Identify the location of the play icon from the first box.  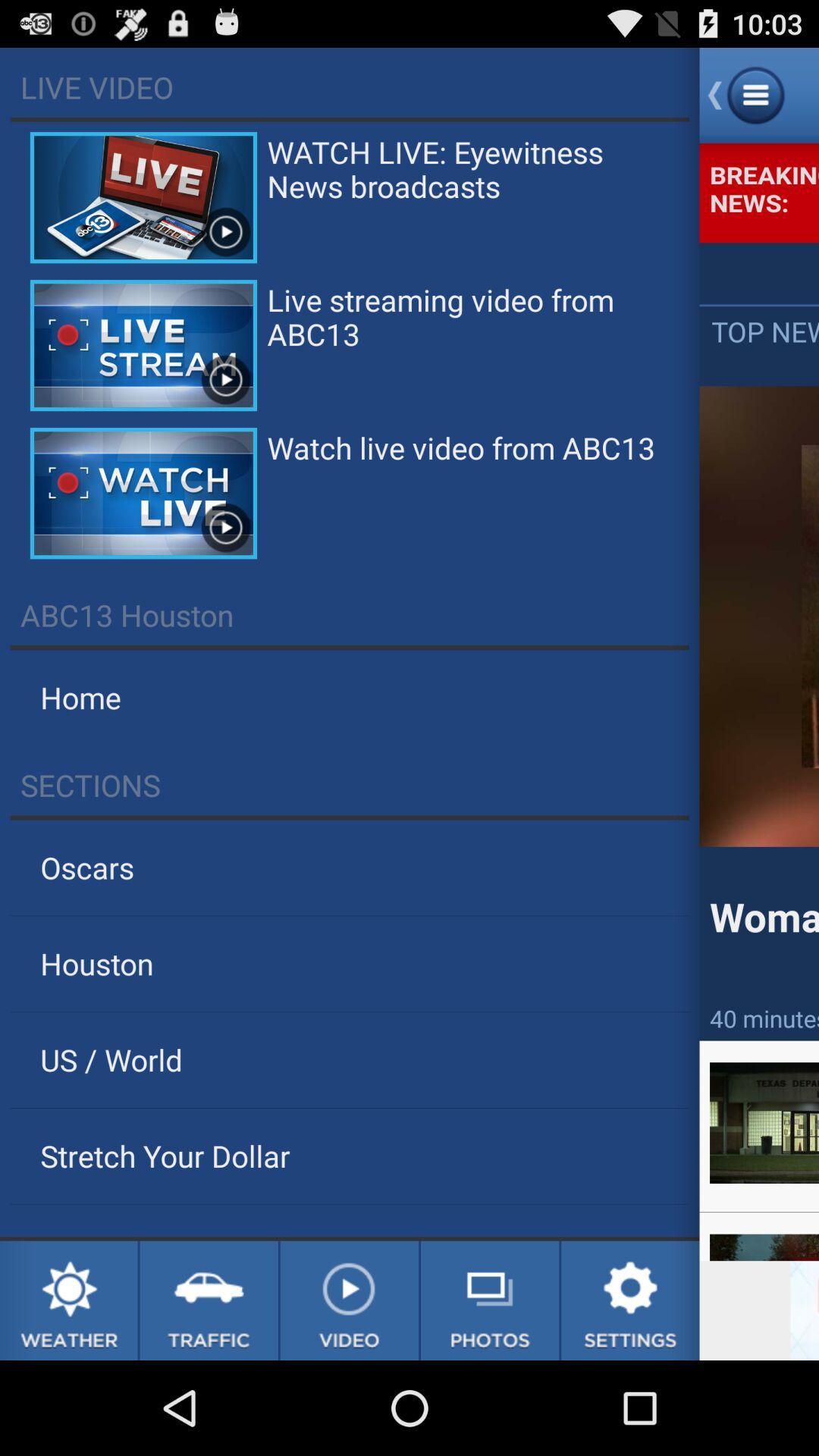
(225, 231).